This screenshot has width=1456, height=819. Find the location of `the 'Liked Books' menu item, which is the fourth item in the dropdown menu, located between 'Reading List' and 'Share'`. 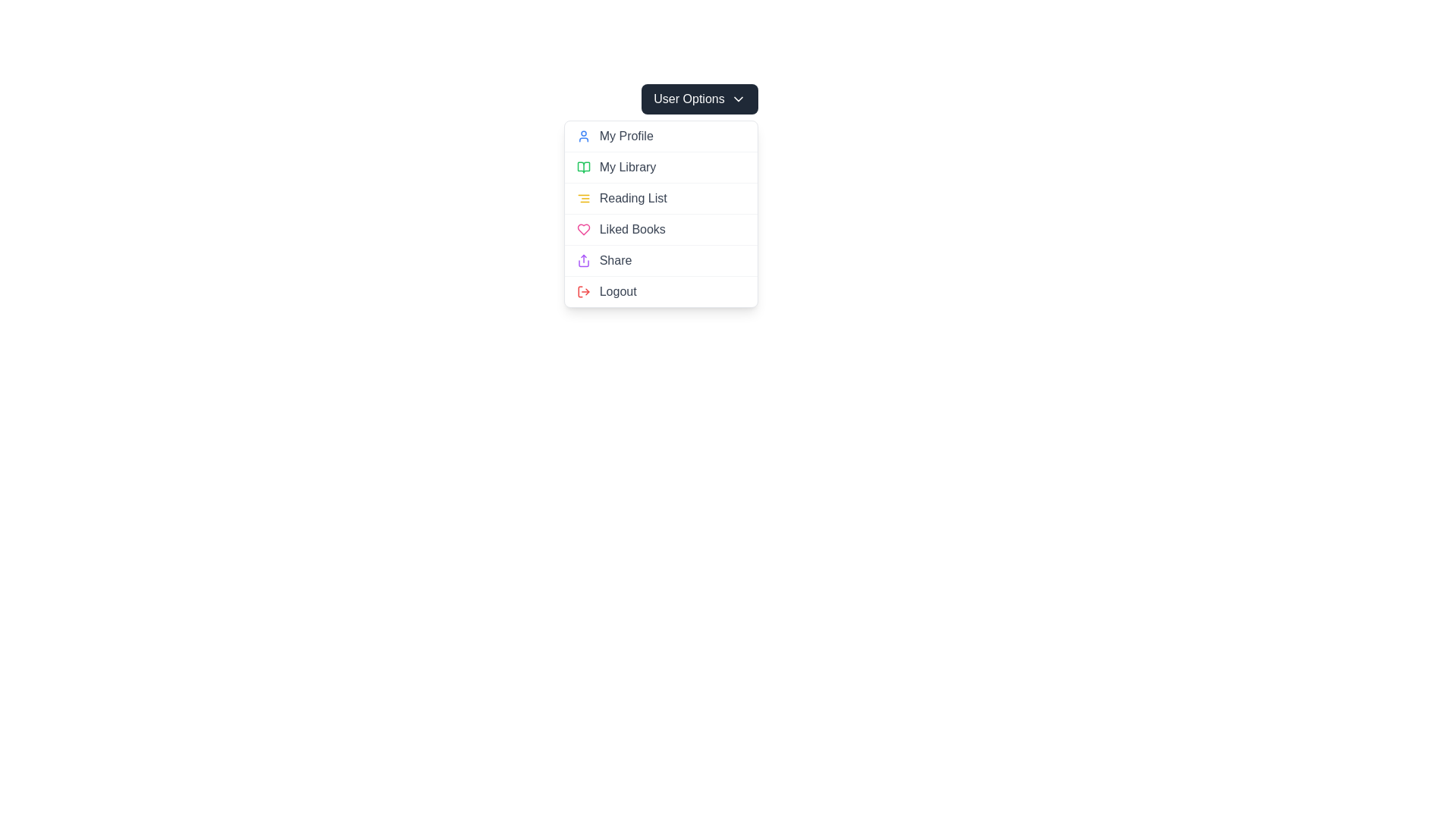

the 'Liked Books' menu item, which is the fourth item in the dropdown menu, located between 'Reading List' and 'Share' is located at coordinates (661, 229).